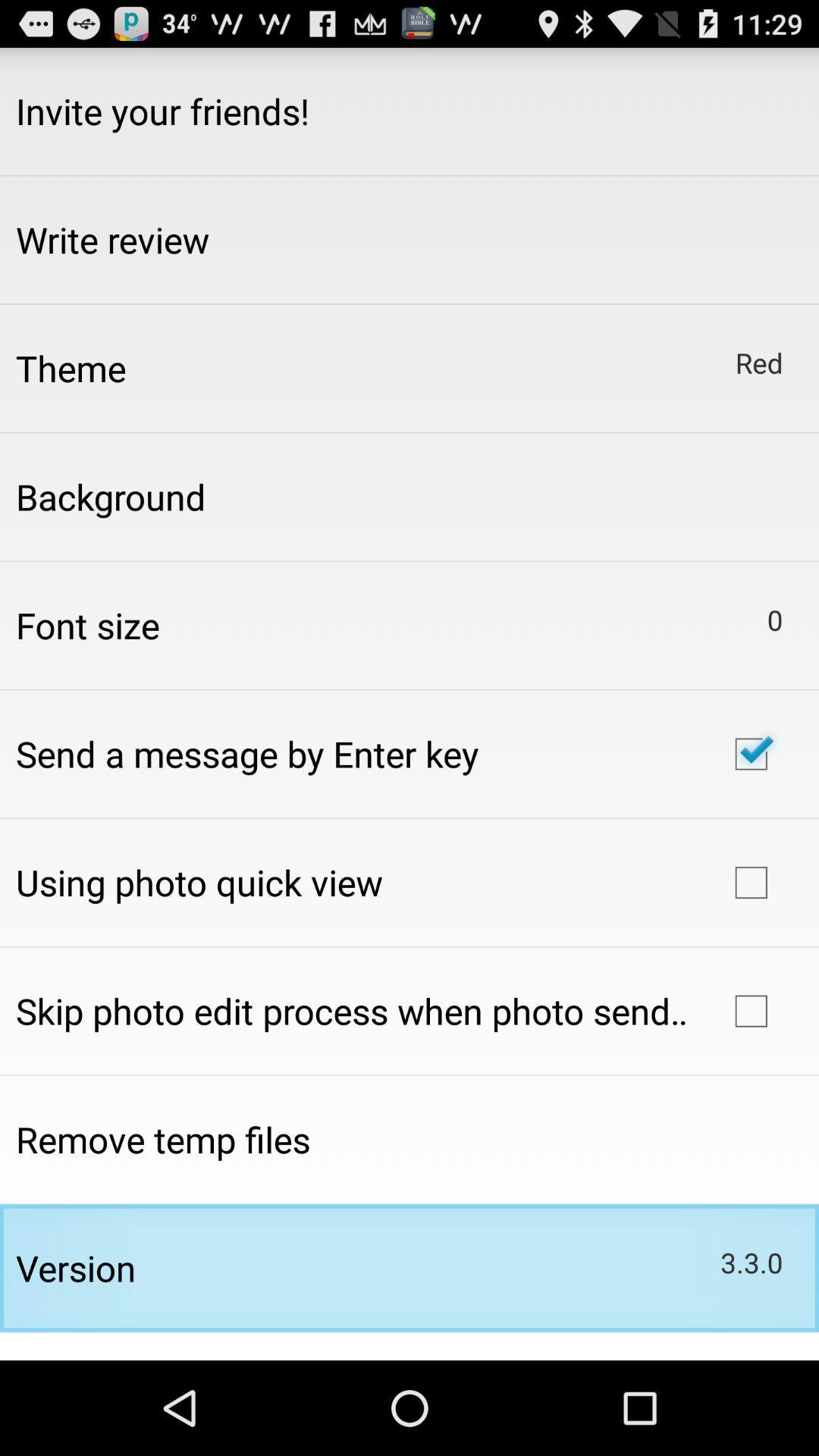 This screenshot has width=819, height=1456. What do you see at coordinates (246, 754) in the screenshot?
I see `send a message icon` at bounding box center [246, 754].